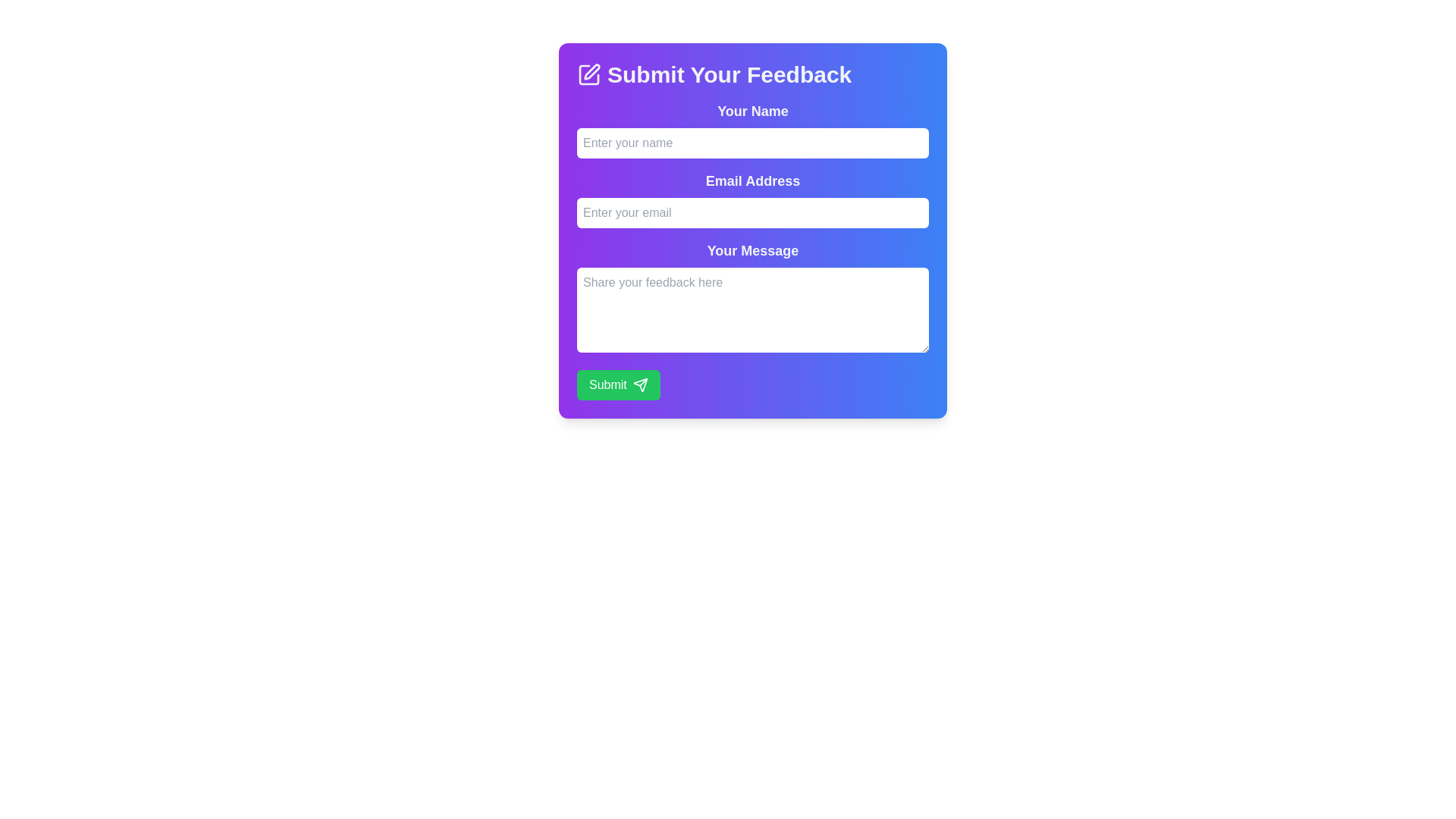 The height and width of the screenshot is (819, 1456). Describe the element at coordinates (753, 250) in the screenshot. I see `the descriptive label for the textbox used to enter a user's message or feedback, which is the third label in the form section of the card-like interface` at that location.